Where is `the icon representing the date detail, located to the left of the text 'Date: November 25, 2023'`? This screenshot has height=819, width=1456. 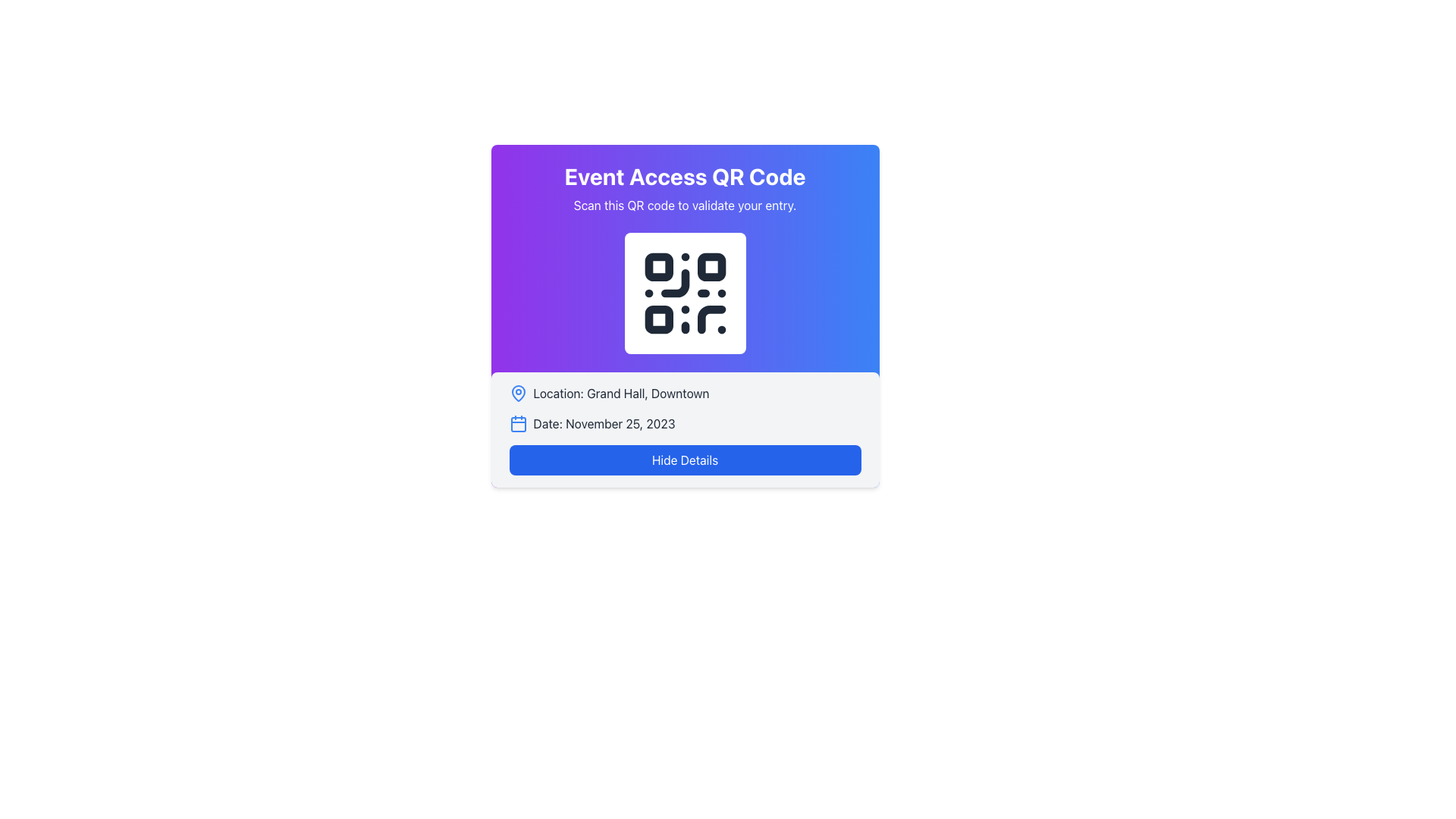 the icon representing the date detail, located to the left of the text 'Date: November 25, 2023' is located at coordinates (518, 424).